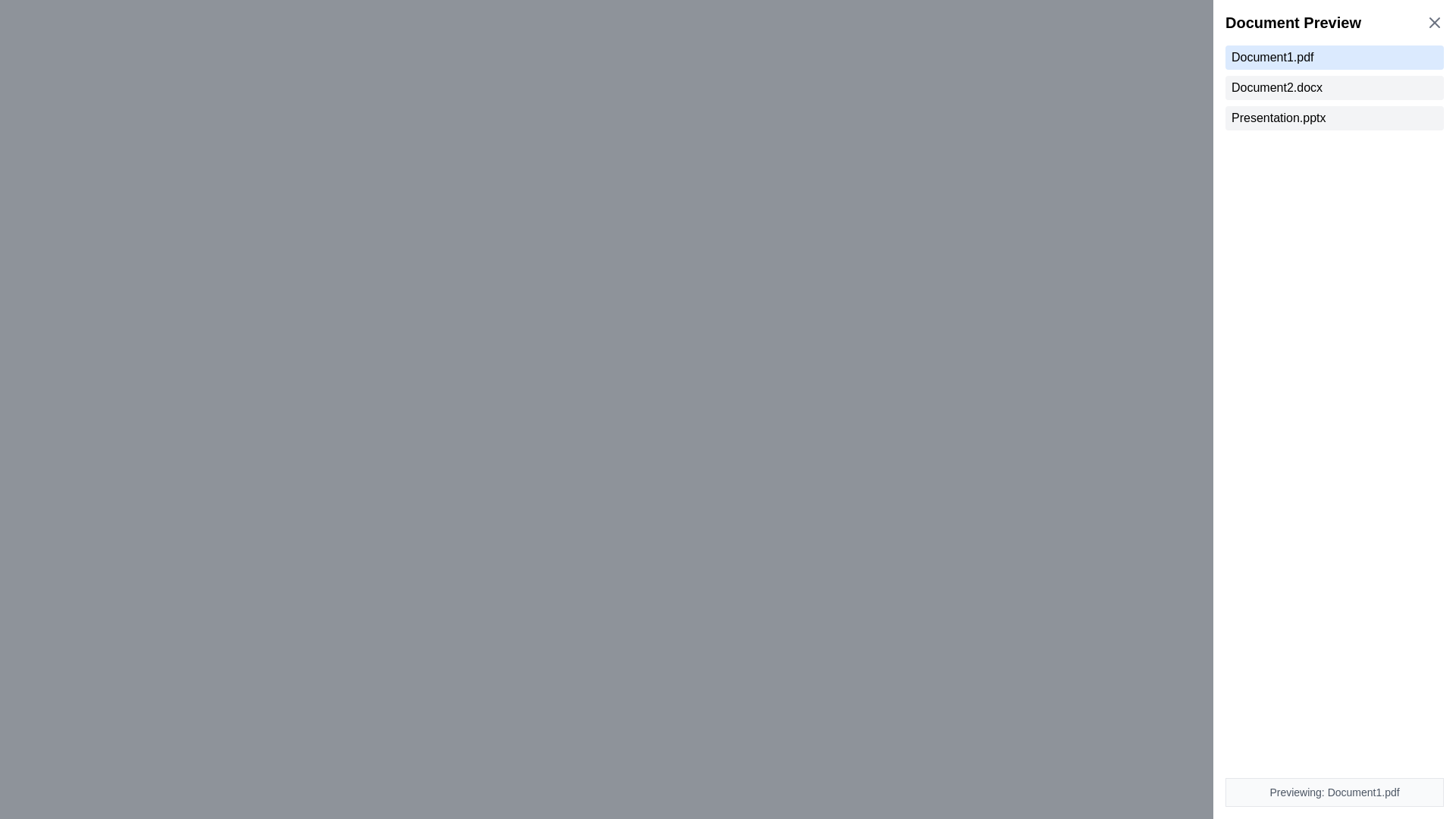 This screenshot has height=819, width=1456. Describe the element at coordinates (1433, 23) in the screenshot. I see `the close button located in the top-right corner of the 'Document Preview' section to dismiss the preview` at that location.